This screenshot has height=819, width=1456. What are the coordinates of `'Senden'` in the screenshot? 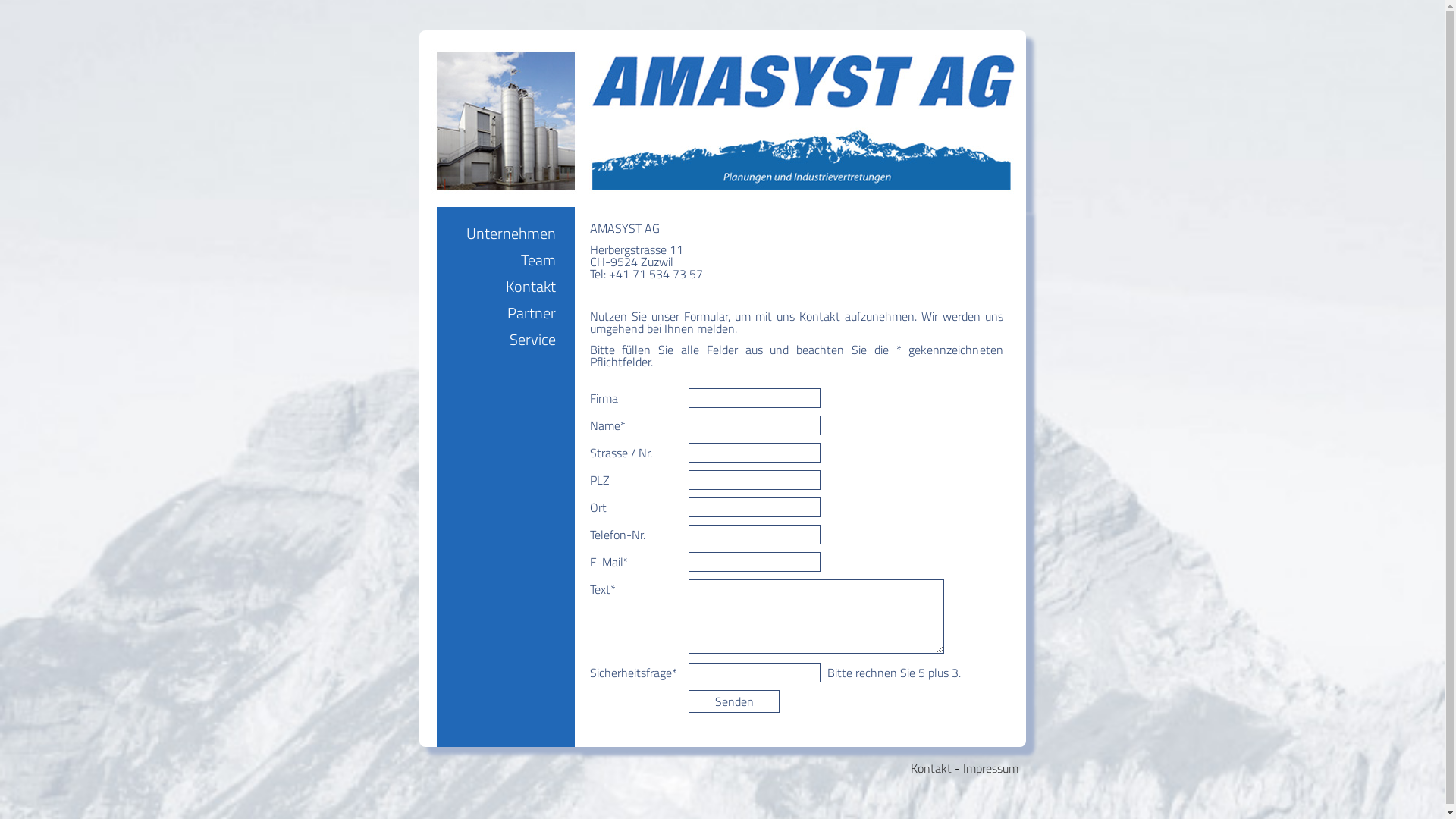 It's located at (734, 701).